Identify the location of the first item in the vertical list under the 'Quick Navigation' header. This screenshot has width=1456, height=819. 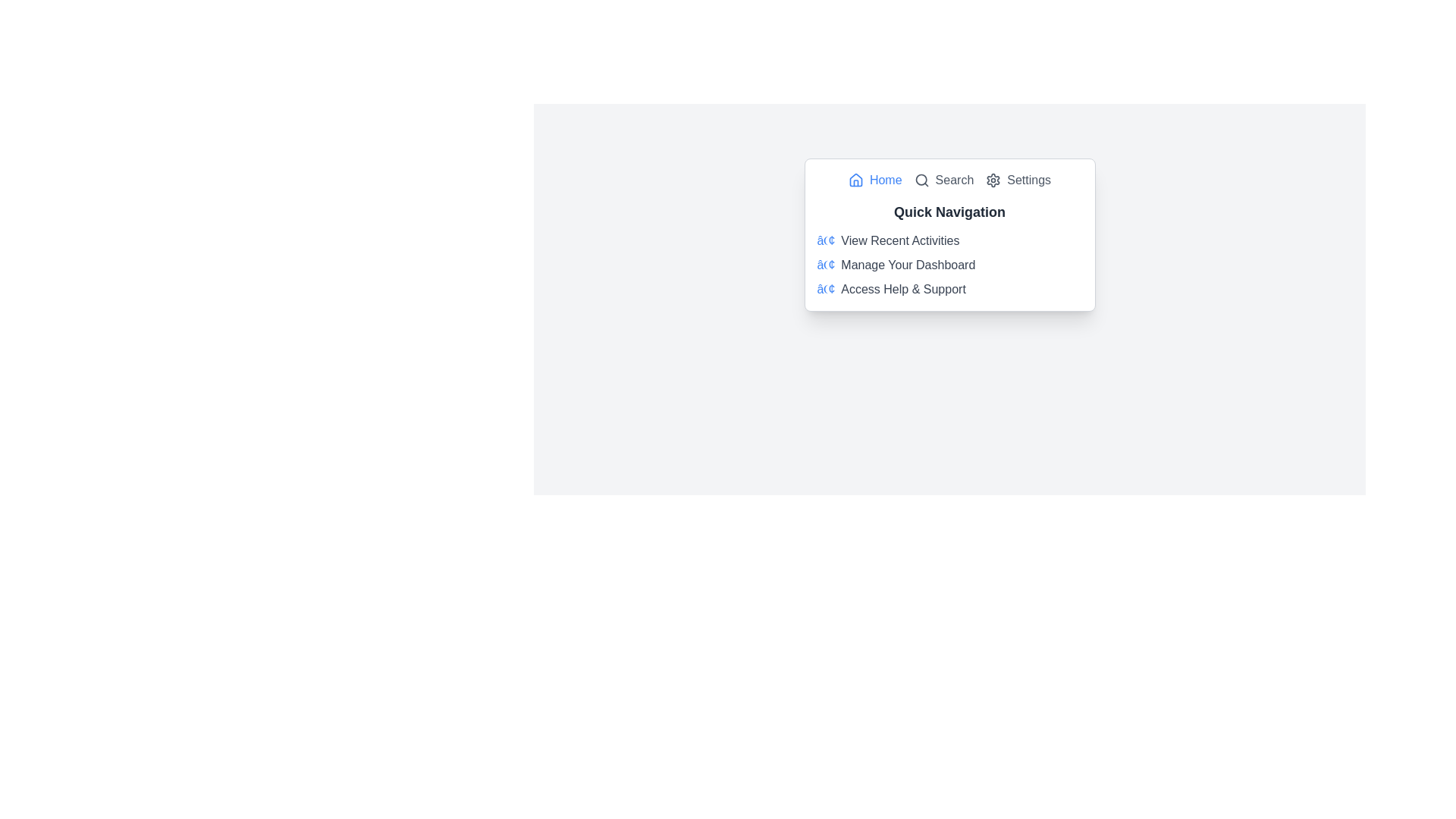
(949, 240).